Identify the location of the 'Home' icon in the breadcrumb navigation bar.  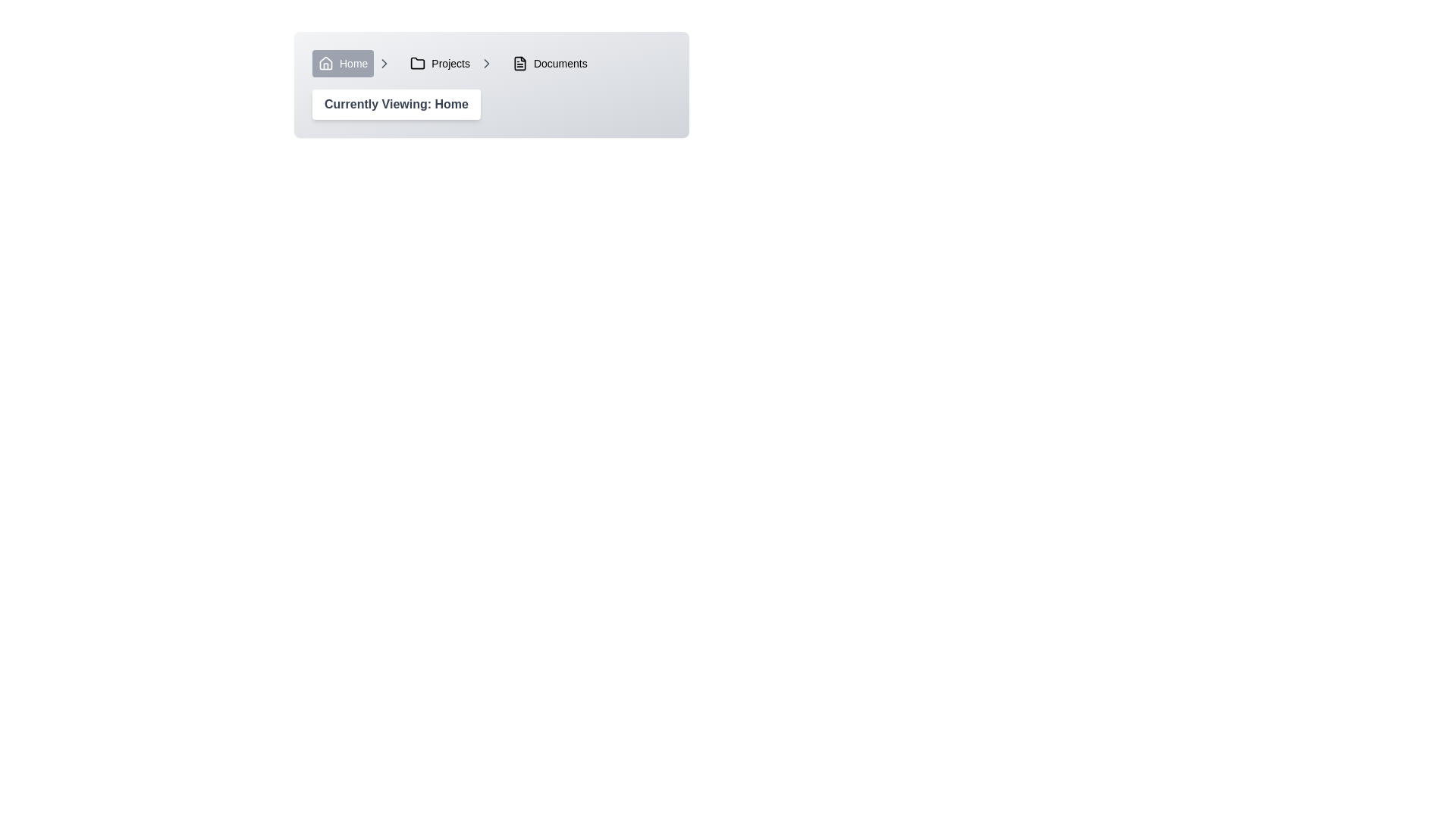
(325, 62).